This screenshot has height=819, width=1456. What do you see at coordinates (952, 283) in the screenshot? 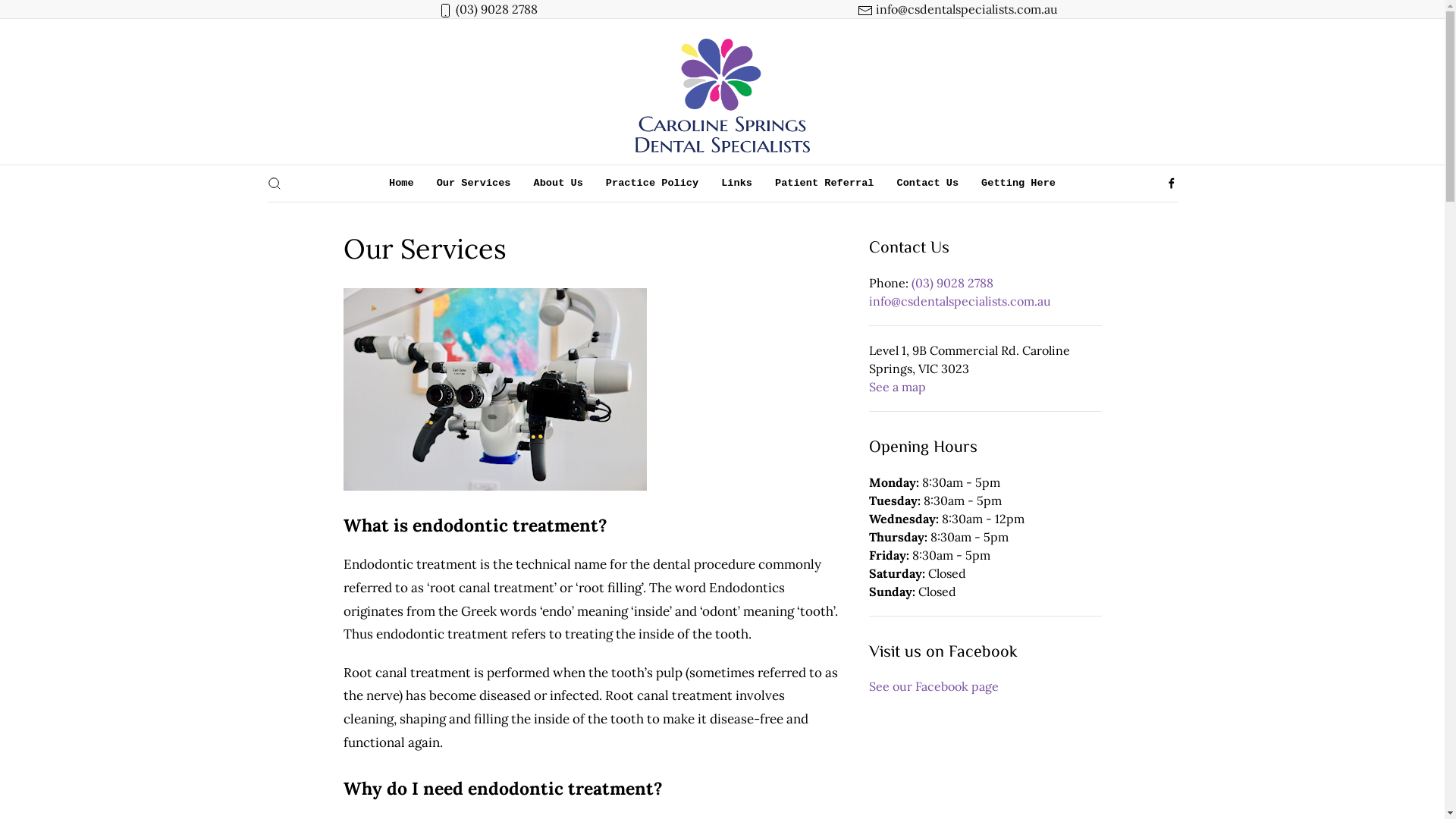
I see `'(03) 9028 2788'` at bounding box center [952, 283].